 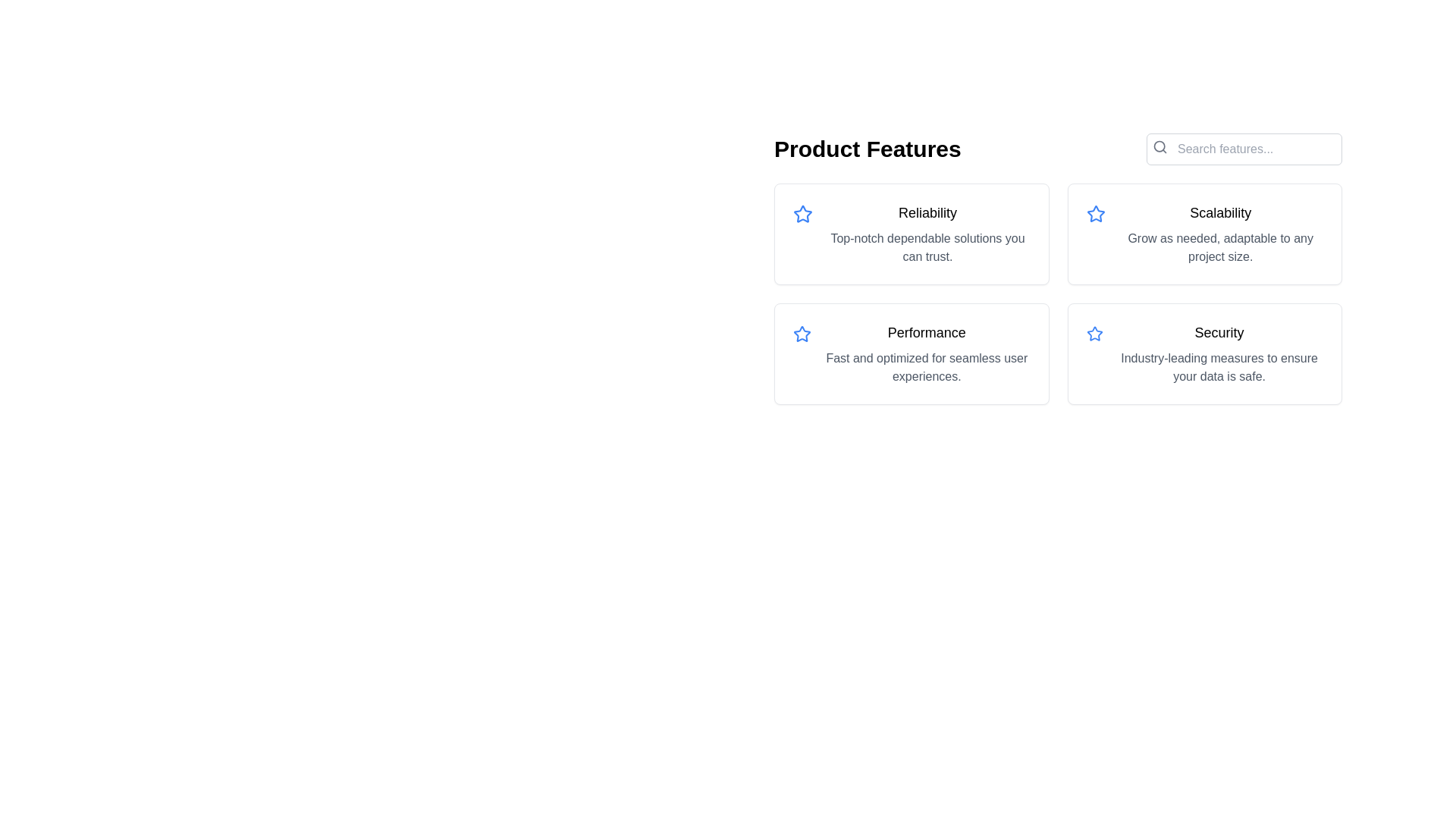 I want to click on the heading text that introduces and categorizes the content of the first rectangular card in the 'Product Features' grid, so click(x=927, y=213).